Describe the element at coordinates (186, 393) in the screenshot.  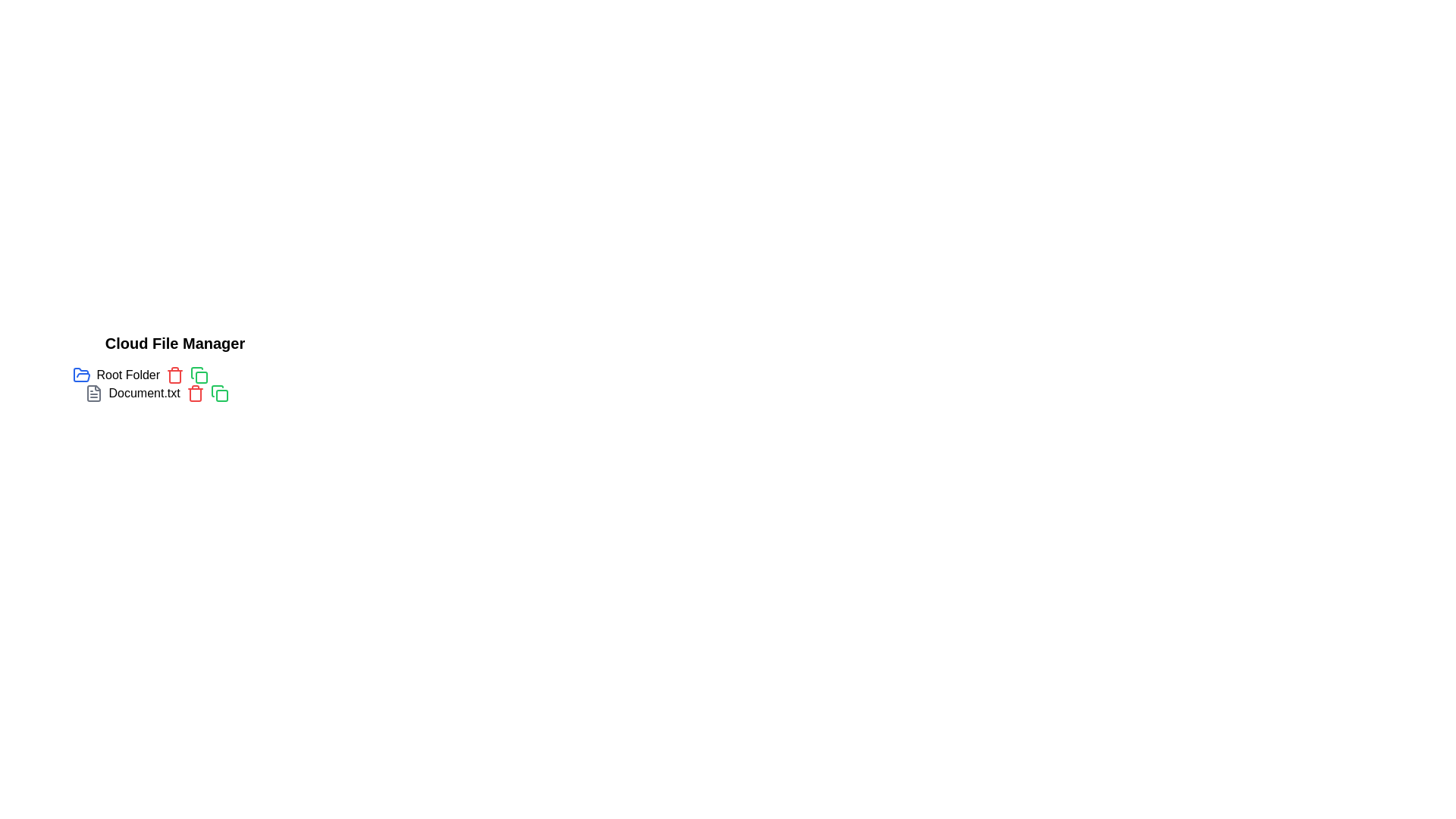
I see `the copy button associated with the file entry located below the 'Root Folder' in the 'Cloud File Manager' to duplicate the file` at that location.